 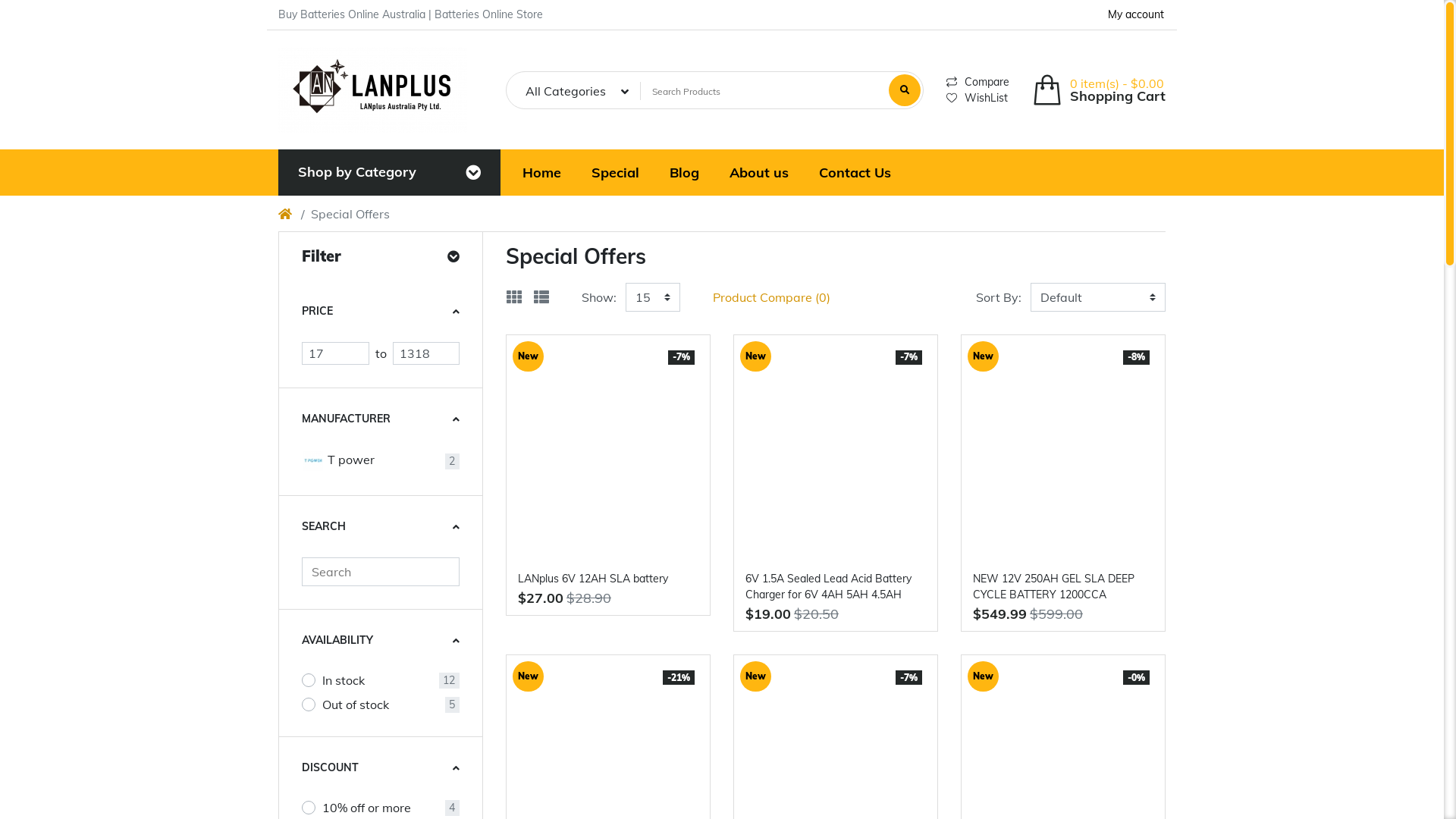 I want to click on 'Add to Cart', so click(x=786, y=640).